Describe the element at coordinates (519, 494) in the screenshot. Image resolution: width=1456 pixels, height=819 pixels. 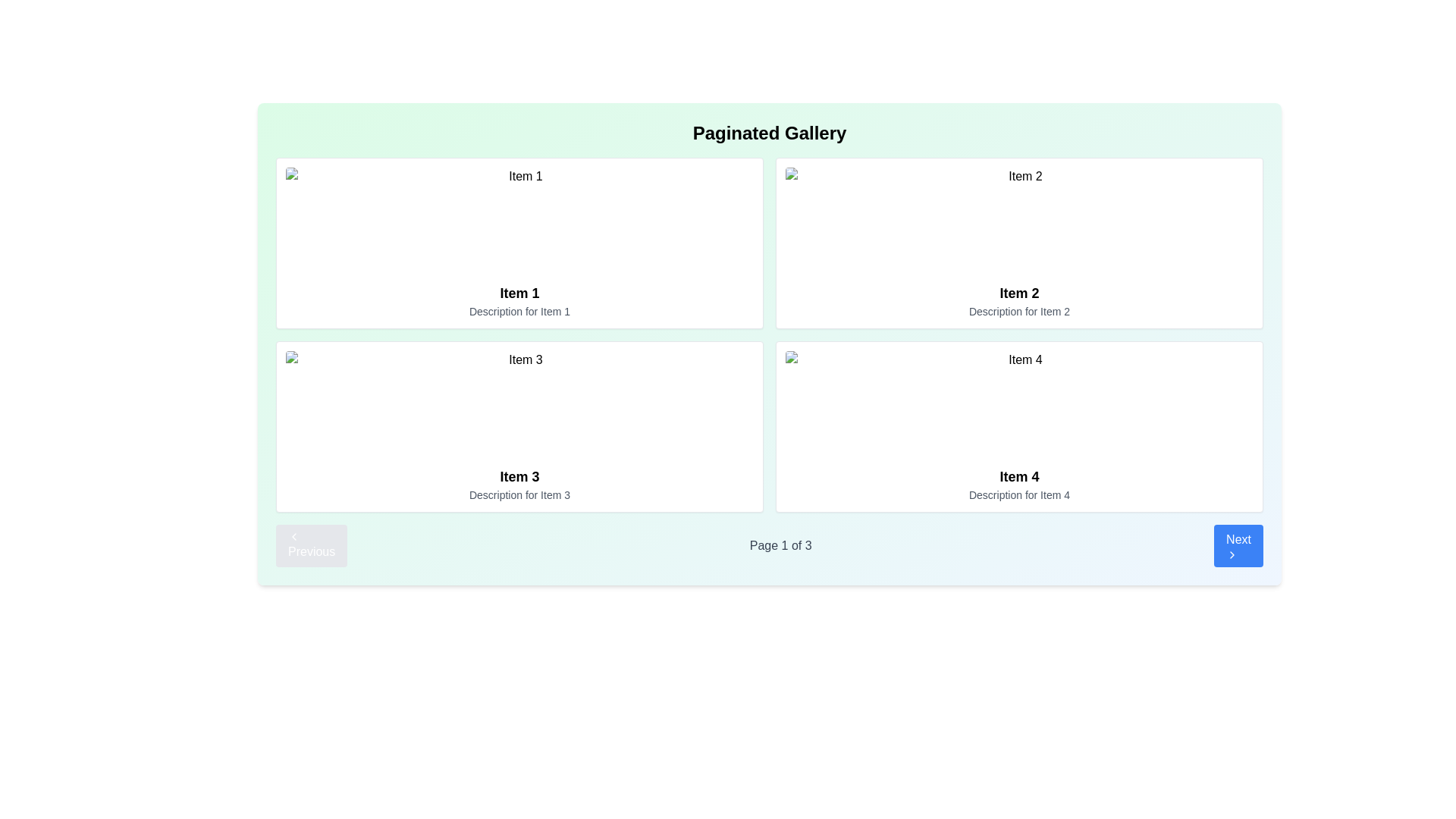
I see `the text label reading 'Description for Item 3' located at the bottom of the card for 'Item 3' in the bottom-left grid of the page` at that location.